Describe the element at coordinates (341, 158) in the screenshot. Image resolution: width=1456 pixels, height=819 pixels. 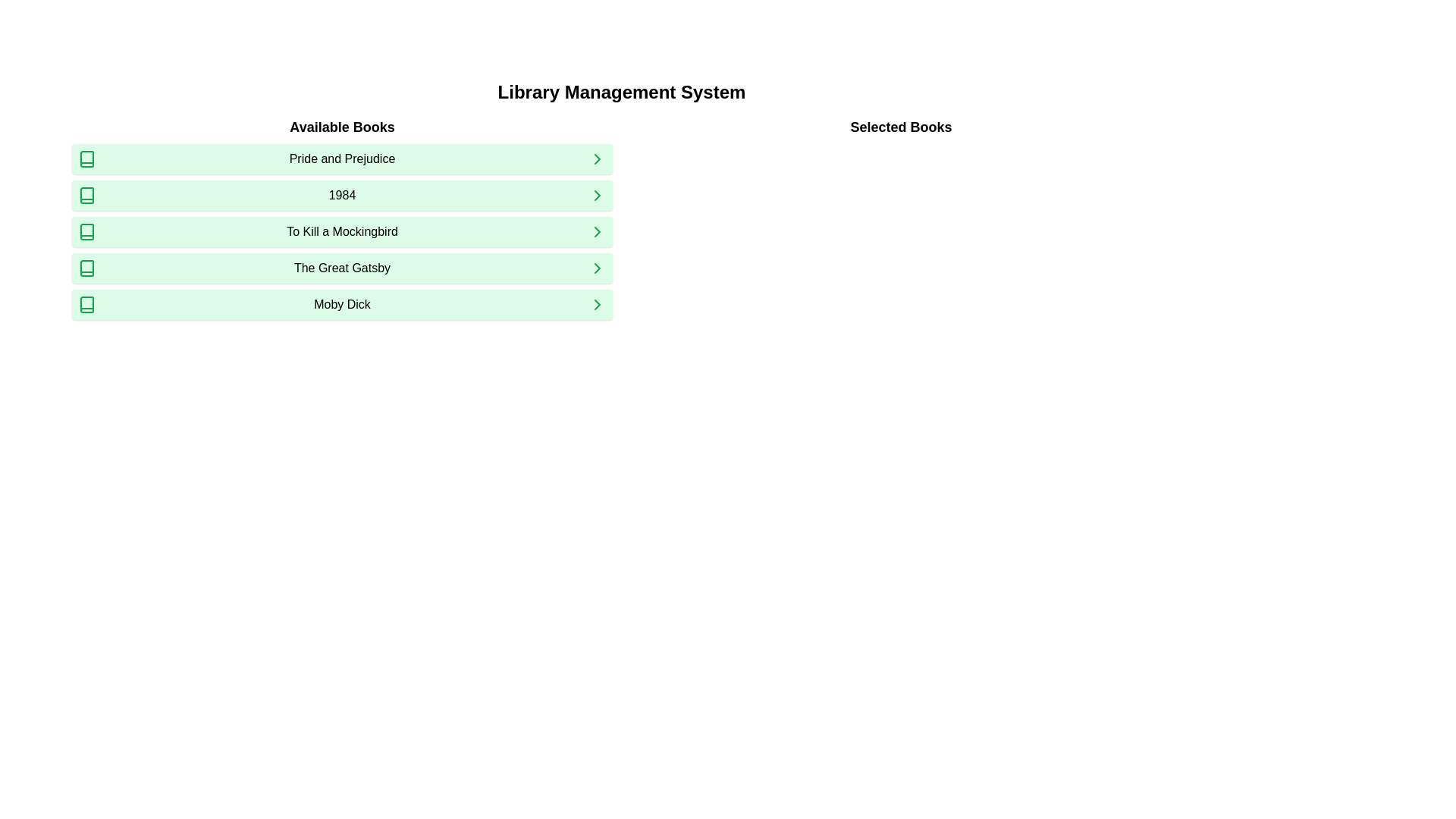
I see `the text label 'Pride and Prejudice' which is the first entry in the 'Available Books' list, positioned between a green book icon and a green right arrow, with a light green background` at that location.